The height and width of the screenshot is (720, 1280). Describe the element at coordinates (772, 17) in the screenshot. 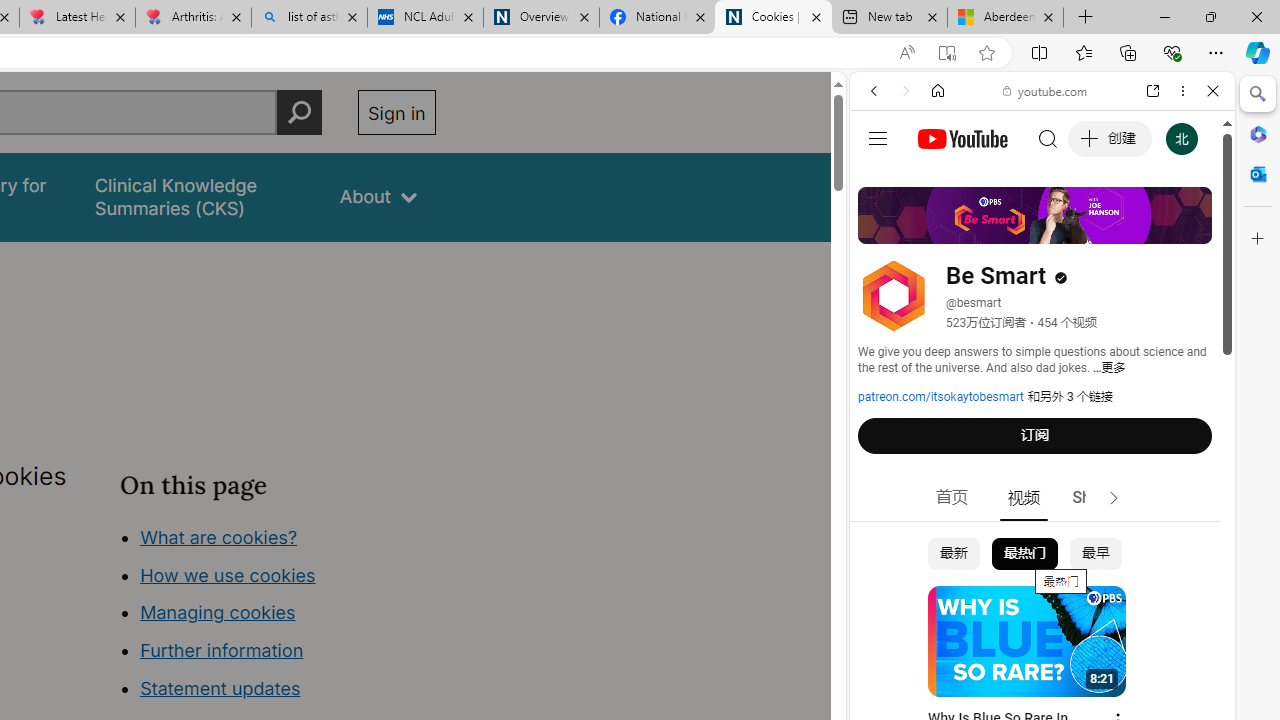

I see `'Cookies | About | NICE'` at that location.